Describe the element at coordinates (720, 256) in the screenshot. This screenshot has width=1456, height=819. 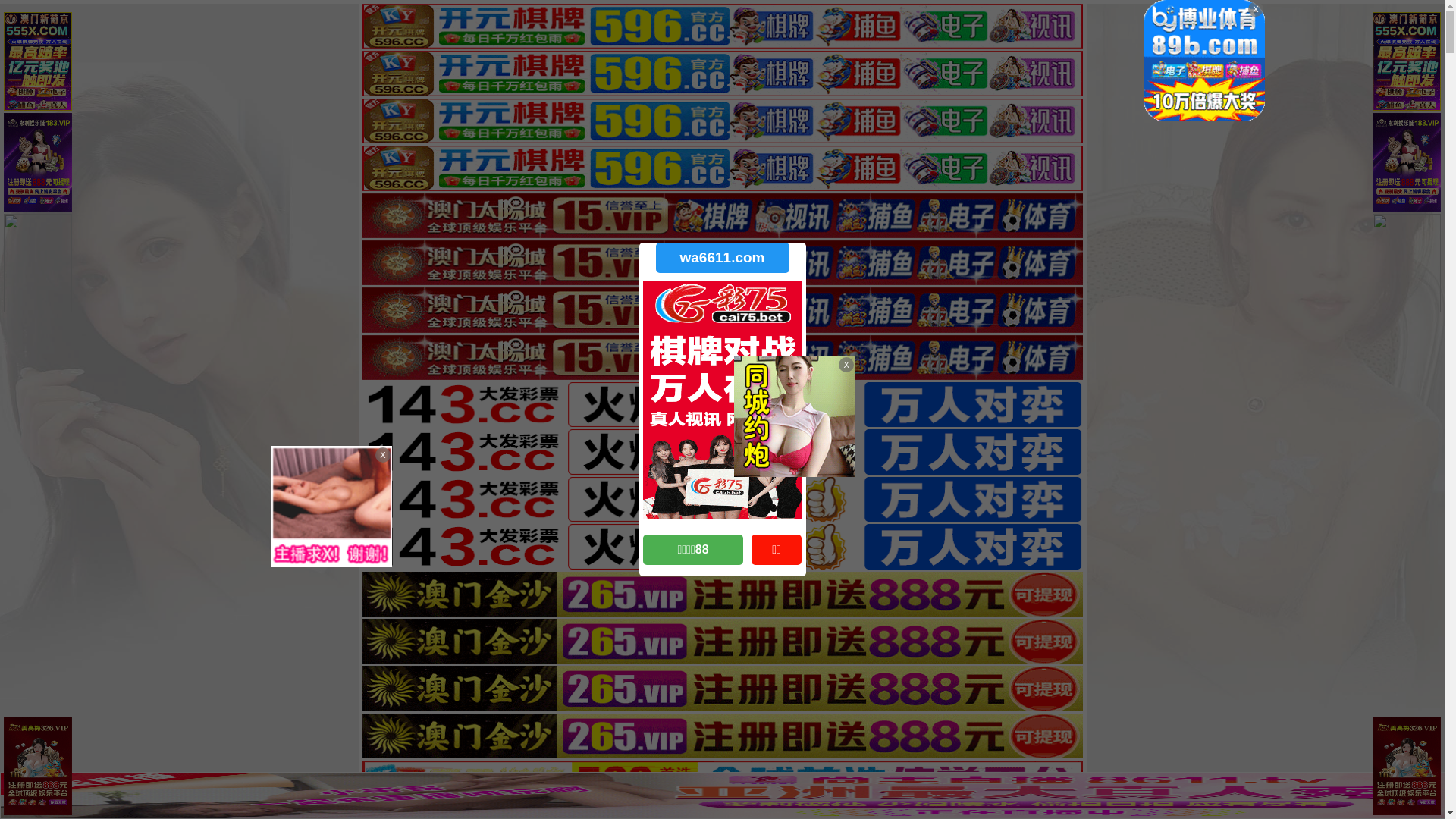
I see `'wa6611.com'` at that location.